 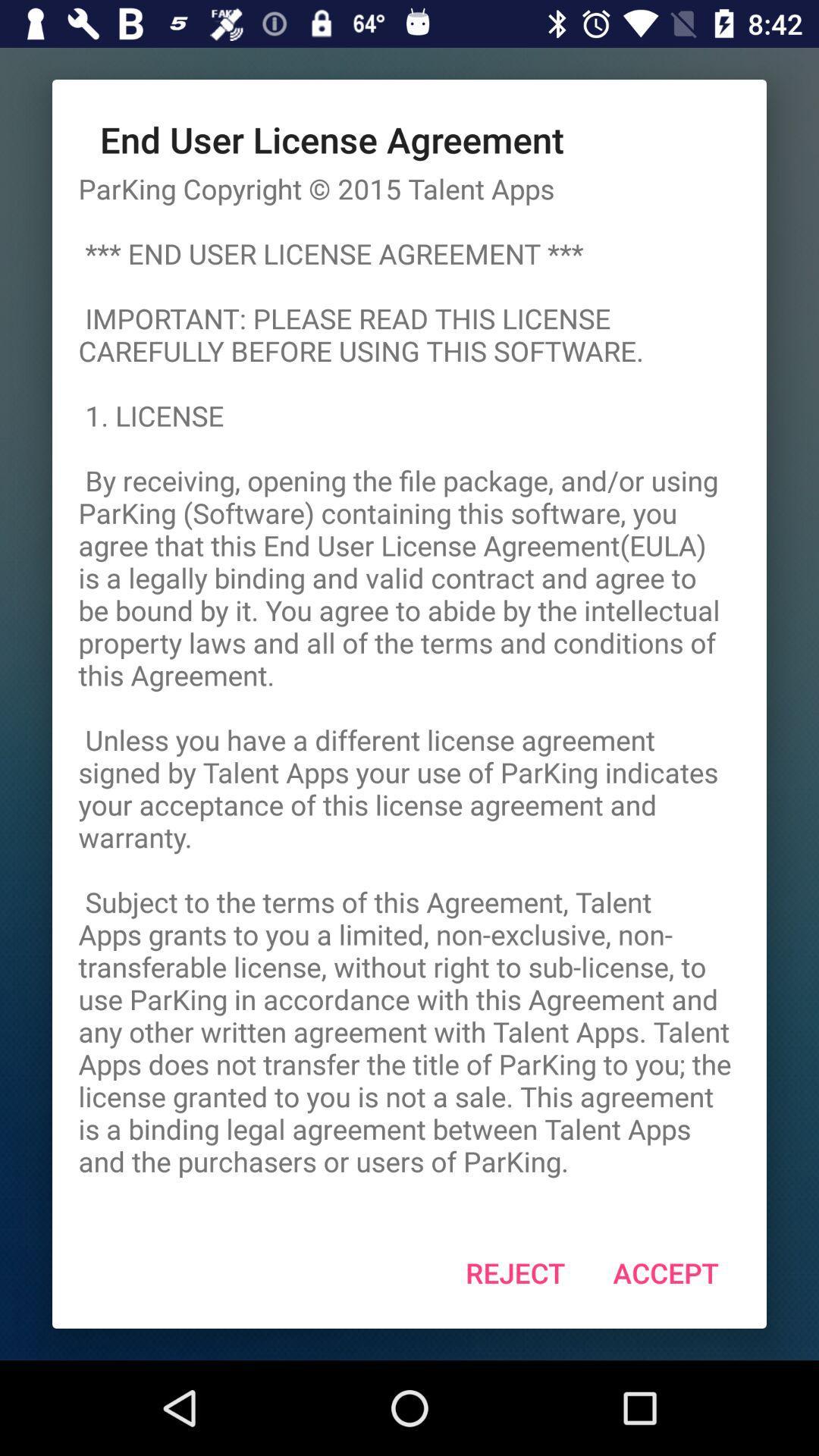 I want to click on the reject item, so click(x=514, y=1272).